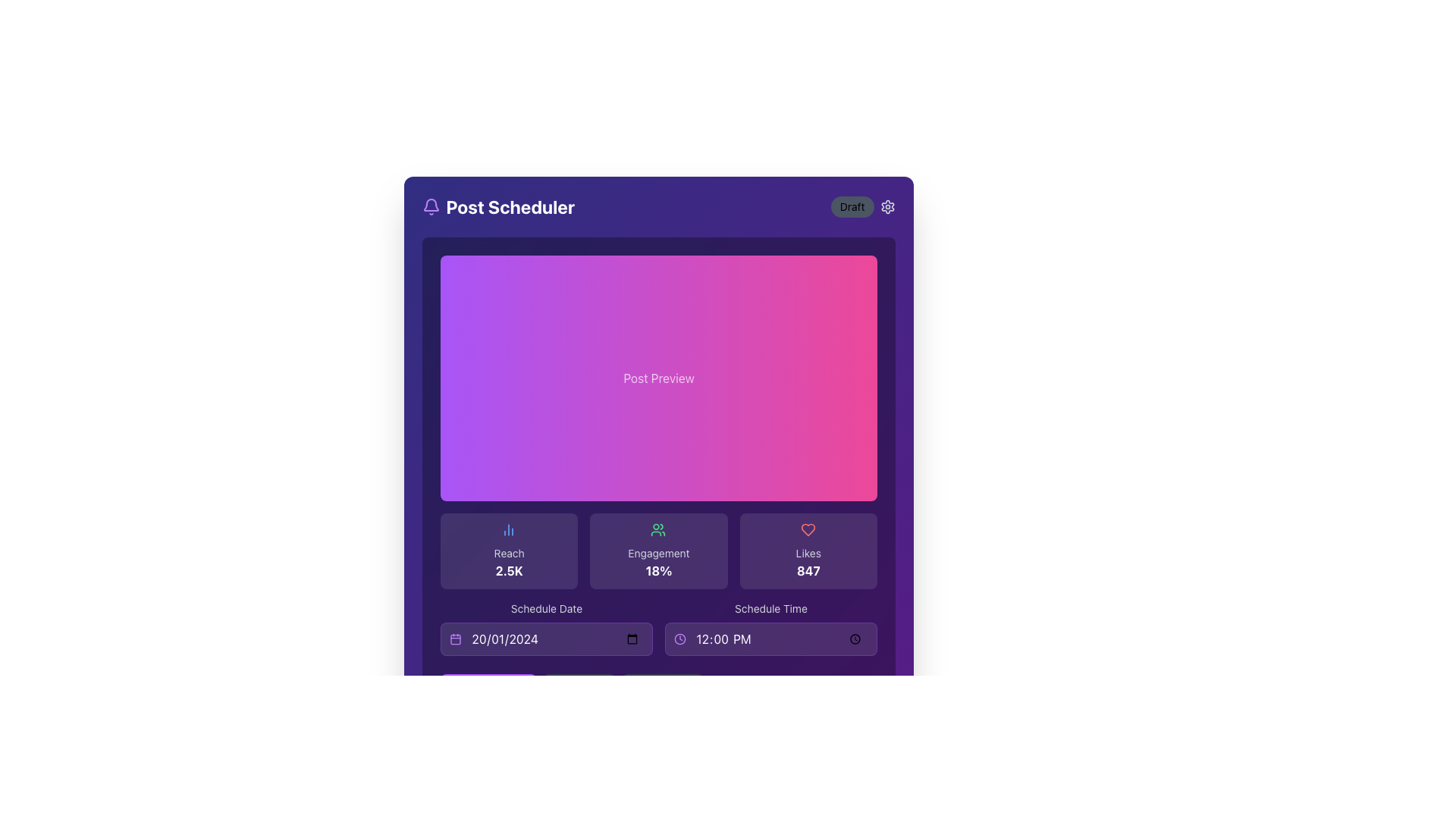 Image resolution: width=1456 pixels, height=819 pixels. What do you see at coordinates (546, 629) in the screenshot?
I see `the calendar icon located in the text display for the scheduled date` at bounding box center [546, 629].